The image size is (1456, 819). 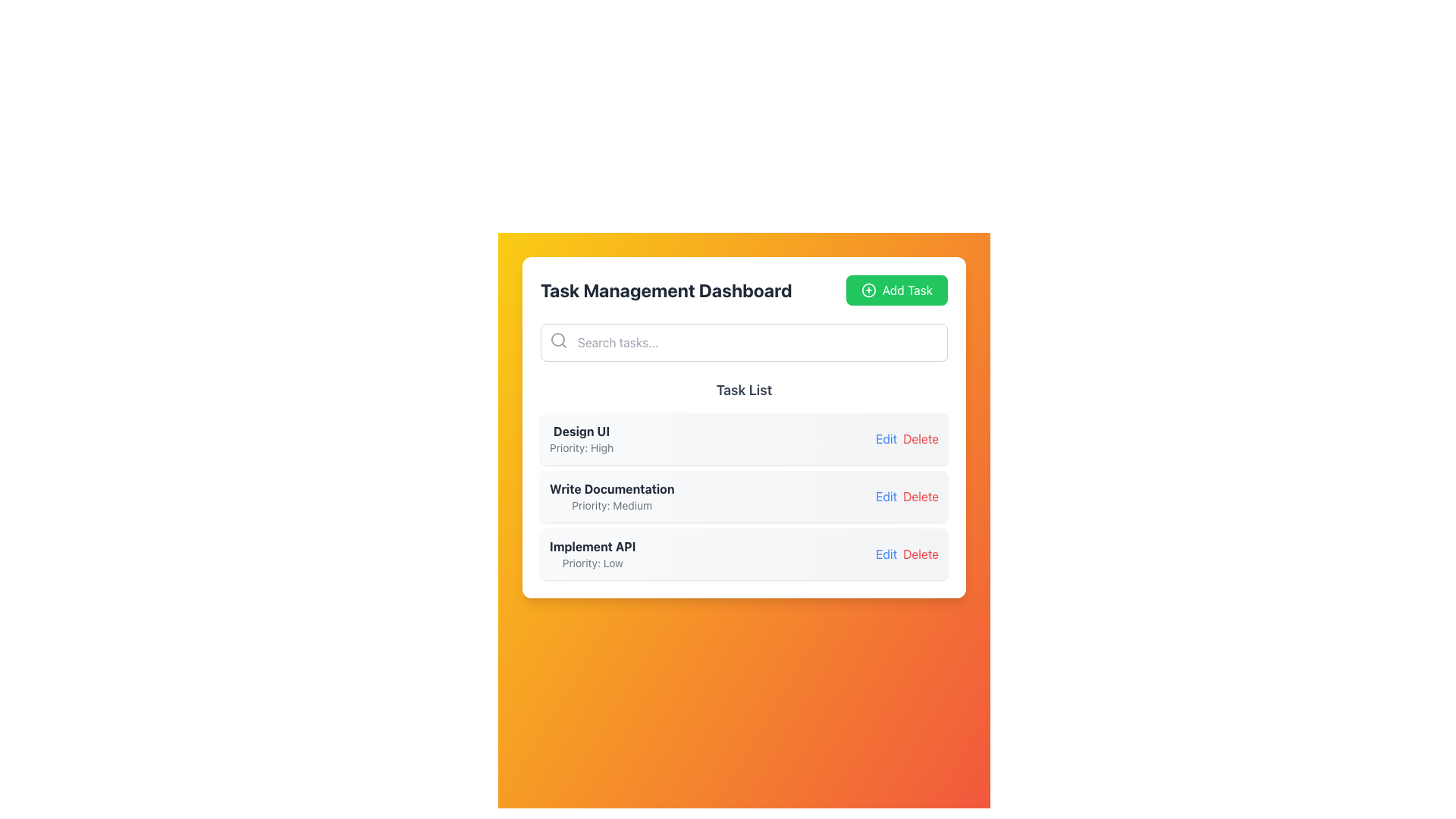 I want to click on the icon located to the left of the 'Add Task' text label within the green rectangular button at the top-right corner of the Task Management Dashboard, so click(x=868, y=290).